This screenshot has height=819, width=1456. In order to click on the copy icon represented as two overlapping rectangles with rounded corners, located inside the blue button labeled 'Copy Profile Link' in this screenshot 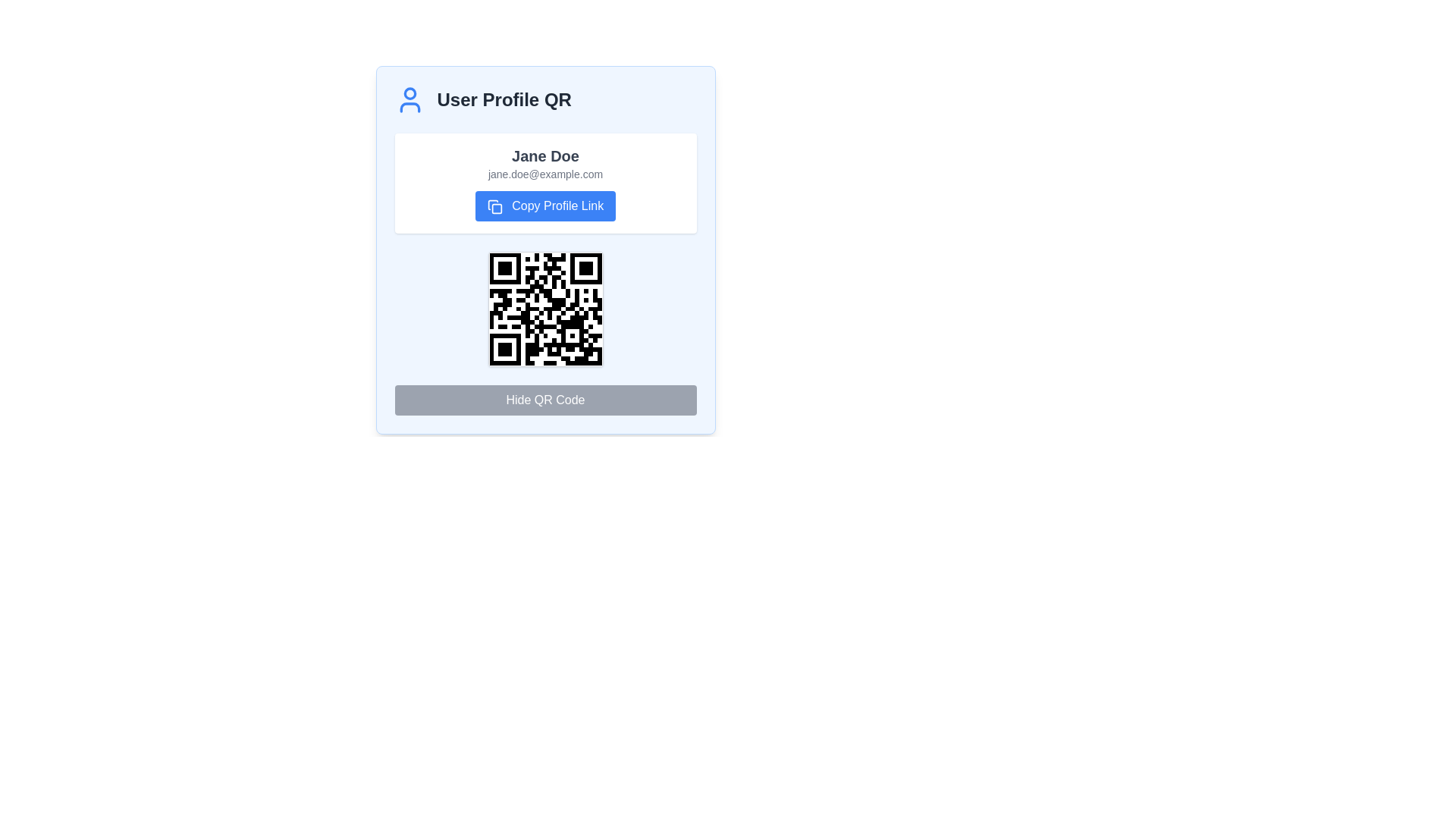, I will do `click(494, 206)`.